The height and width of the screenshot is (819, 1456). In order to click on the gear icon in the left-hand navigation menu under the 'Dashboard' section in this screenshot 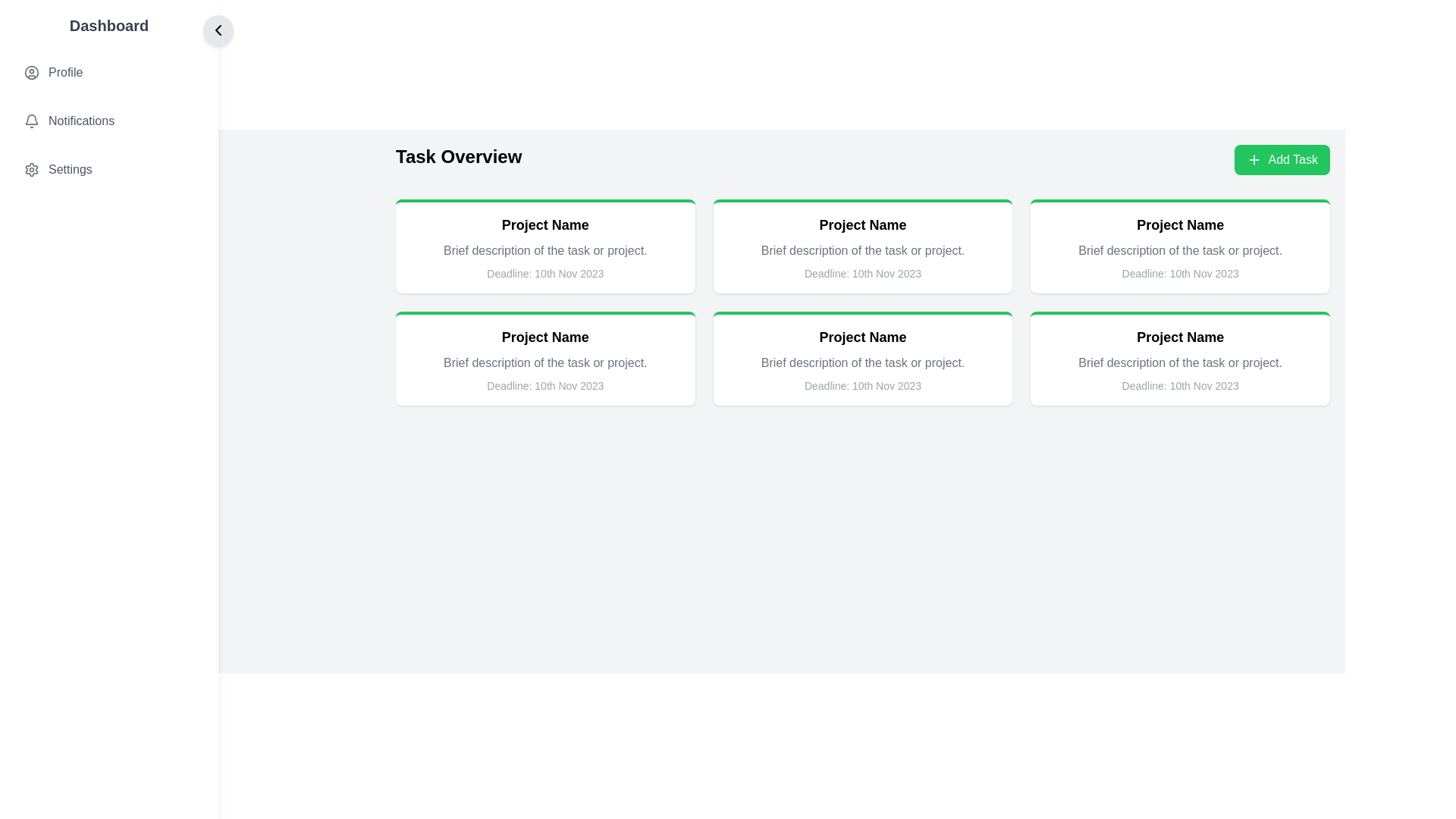, I will do `click(32, 169)`.